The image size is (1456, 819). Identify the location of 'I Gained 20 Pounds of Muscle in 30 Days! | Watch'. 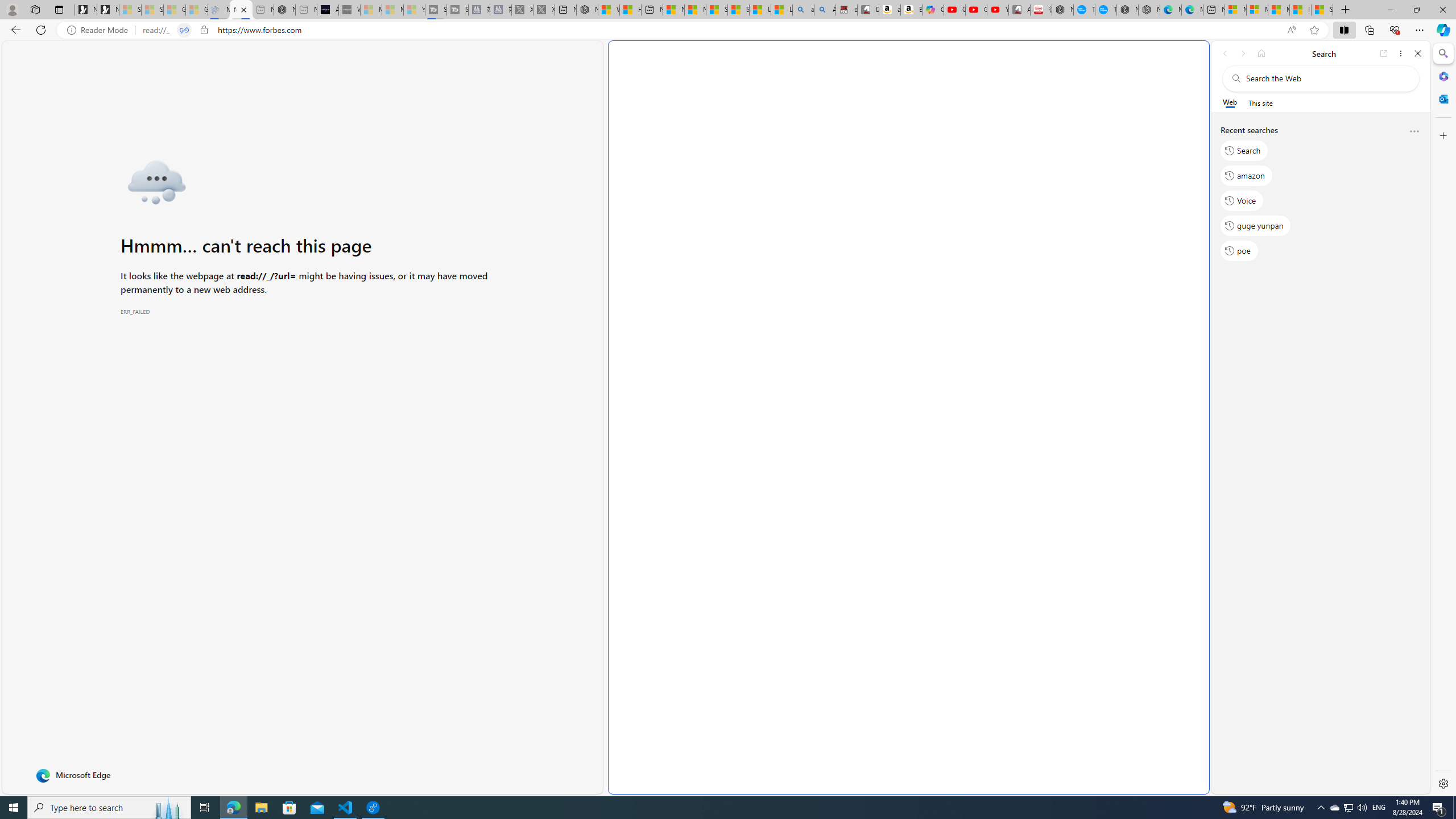
(1300, 9).